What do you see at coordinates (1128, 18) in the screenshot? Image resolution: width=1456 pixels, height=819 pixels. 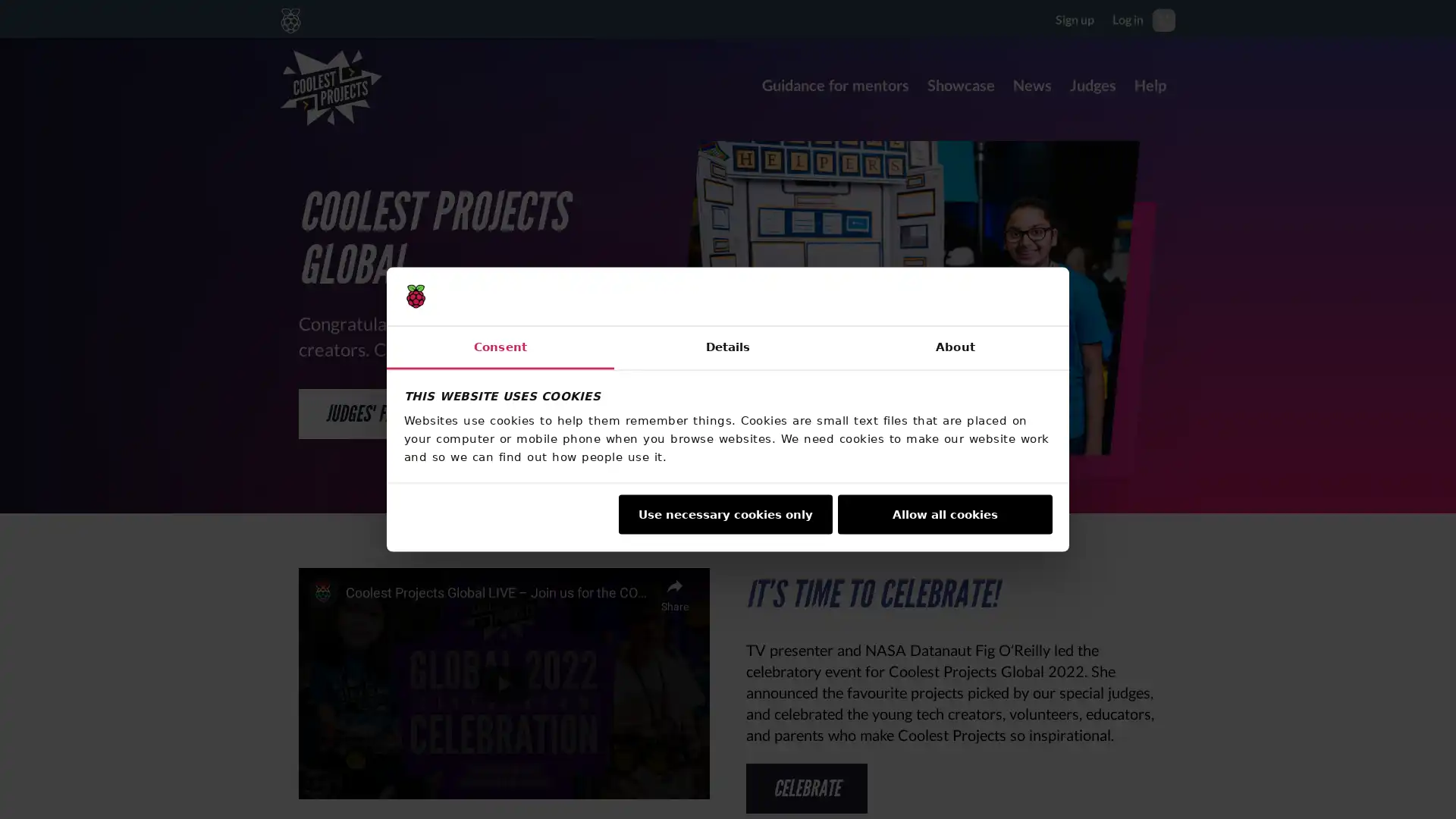 I see `Log in` at bounding box center [1128, 18].